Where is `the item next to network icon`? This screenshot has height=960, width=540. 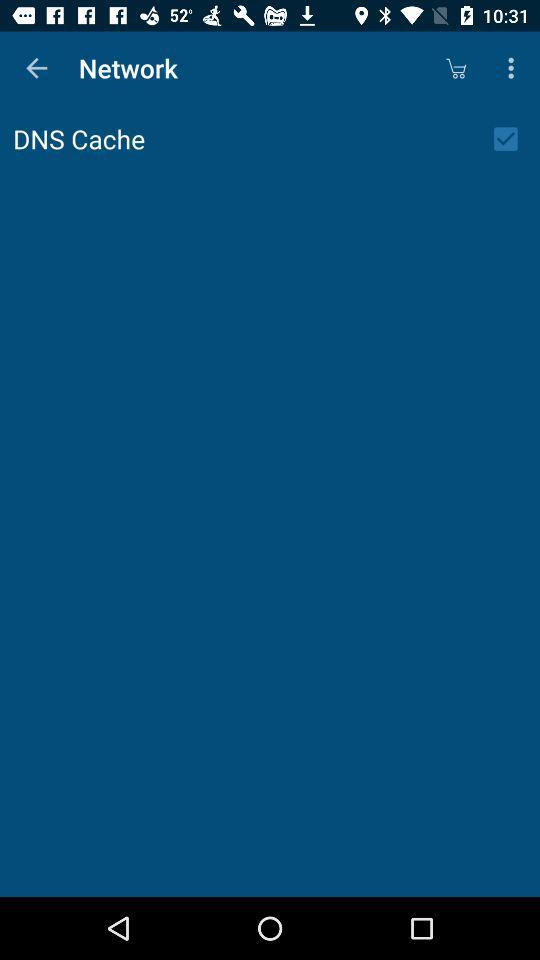
the item next to network icon is located at coordinates (36, 68).